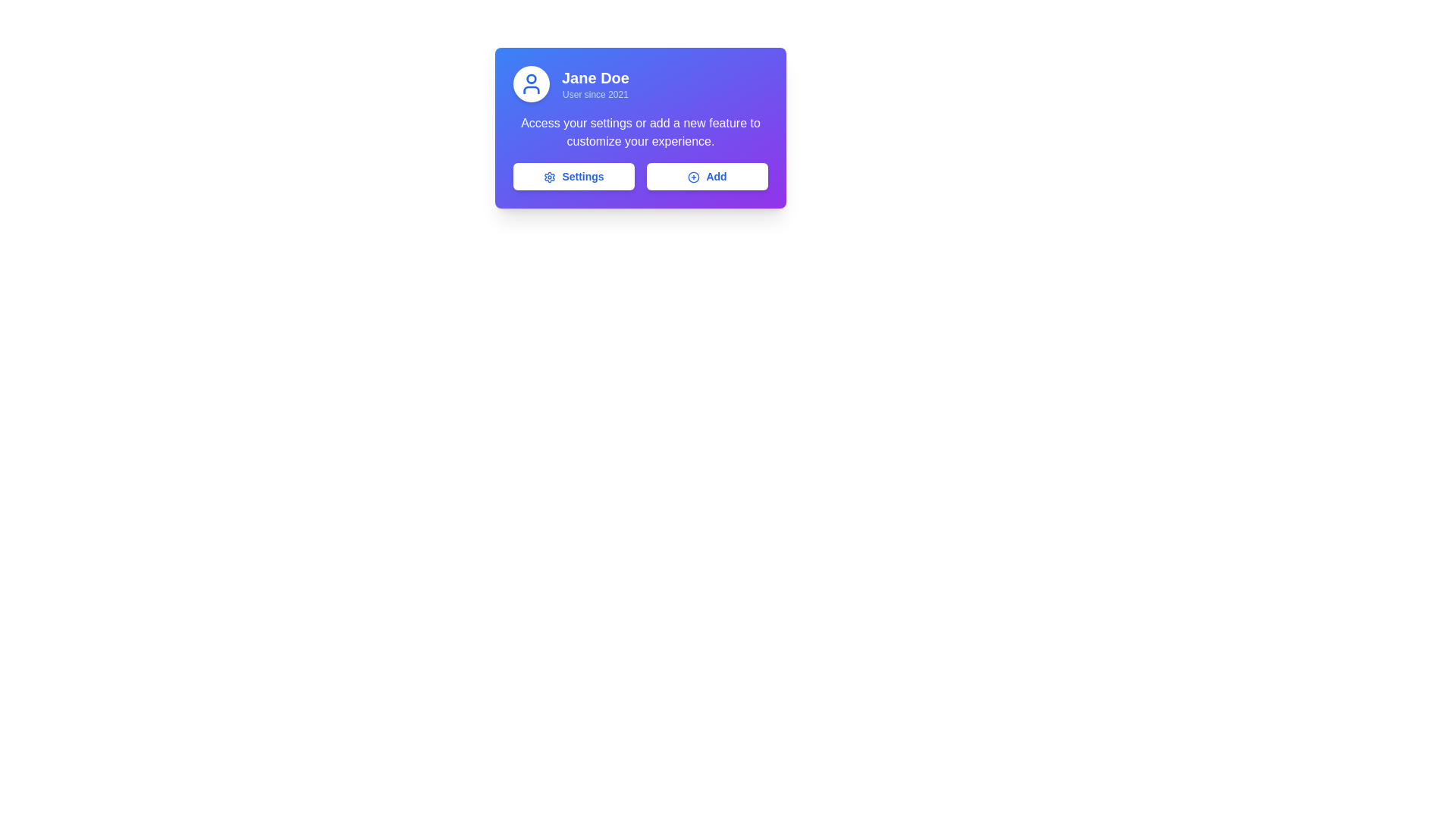 The width and height of the screenshot is (1456, 819). Describe the element at coordinates (573, 175) in the screenshot. I see `the interactive settings button located at the bottom section of the card` at that location.